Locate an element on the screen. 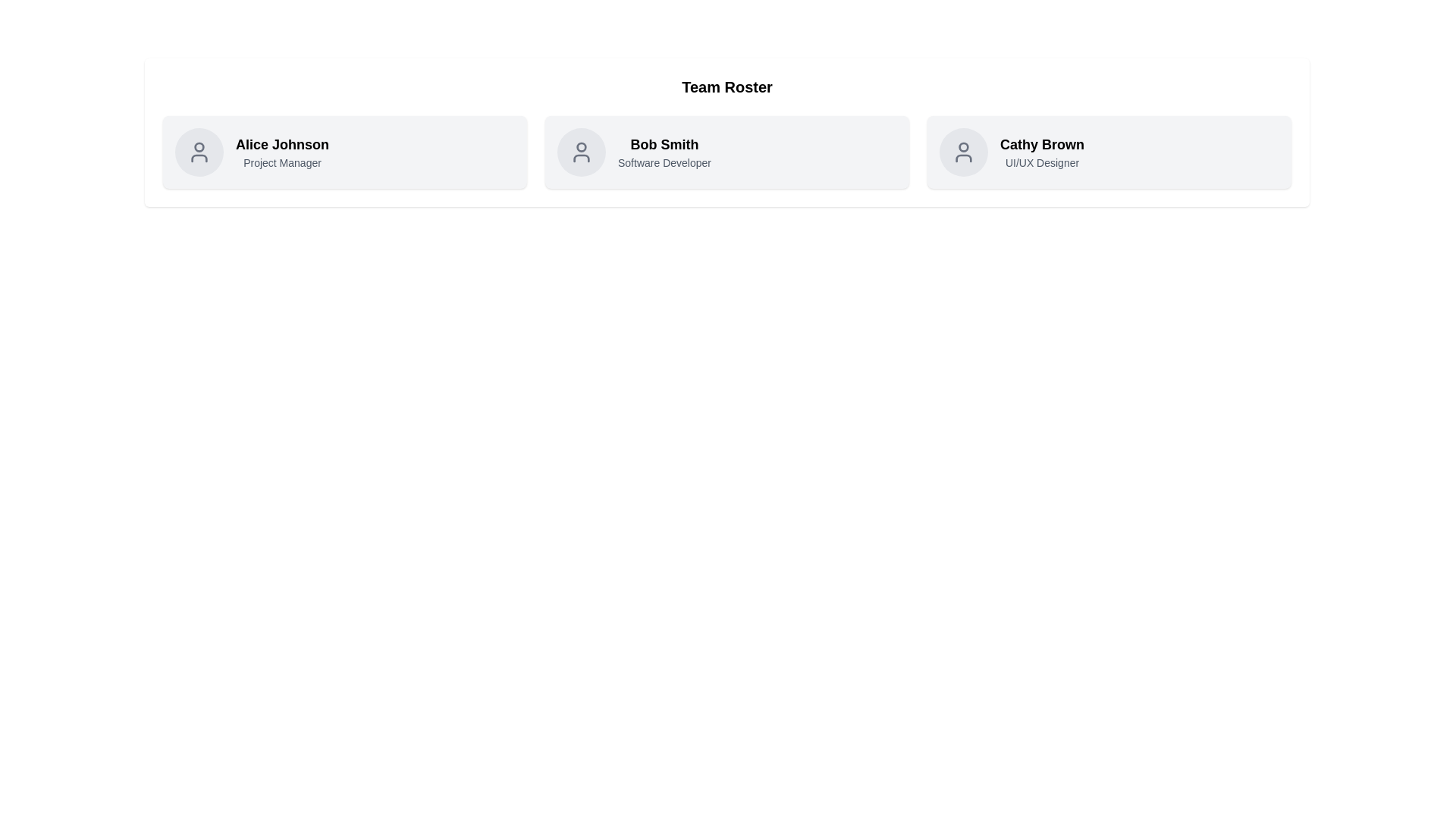 Image resolution: width=1456 pixels, height=819 pixels. the static text label that indicates the role or designation of 'Alice Johnson' located directly beneath her name in the first profile card is located at coordinates (282, 163).